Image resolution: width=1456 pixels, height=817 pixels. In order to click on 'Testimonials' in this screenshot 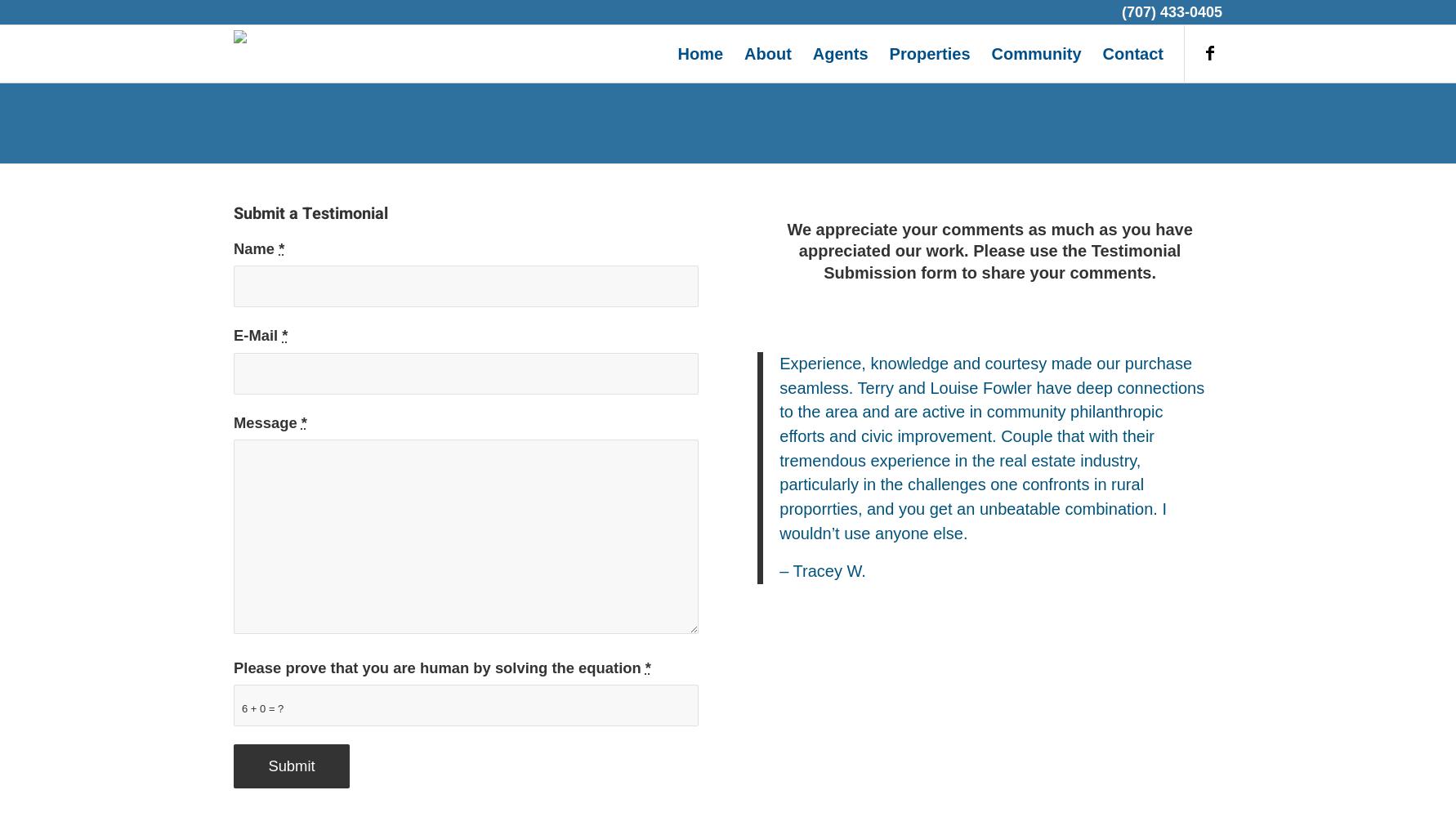, I will do `click(726, 122)`.